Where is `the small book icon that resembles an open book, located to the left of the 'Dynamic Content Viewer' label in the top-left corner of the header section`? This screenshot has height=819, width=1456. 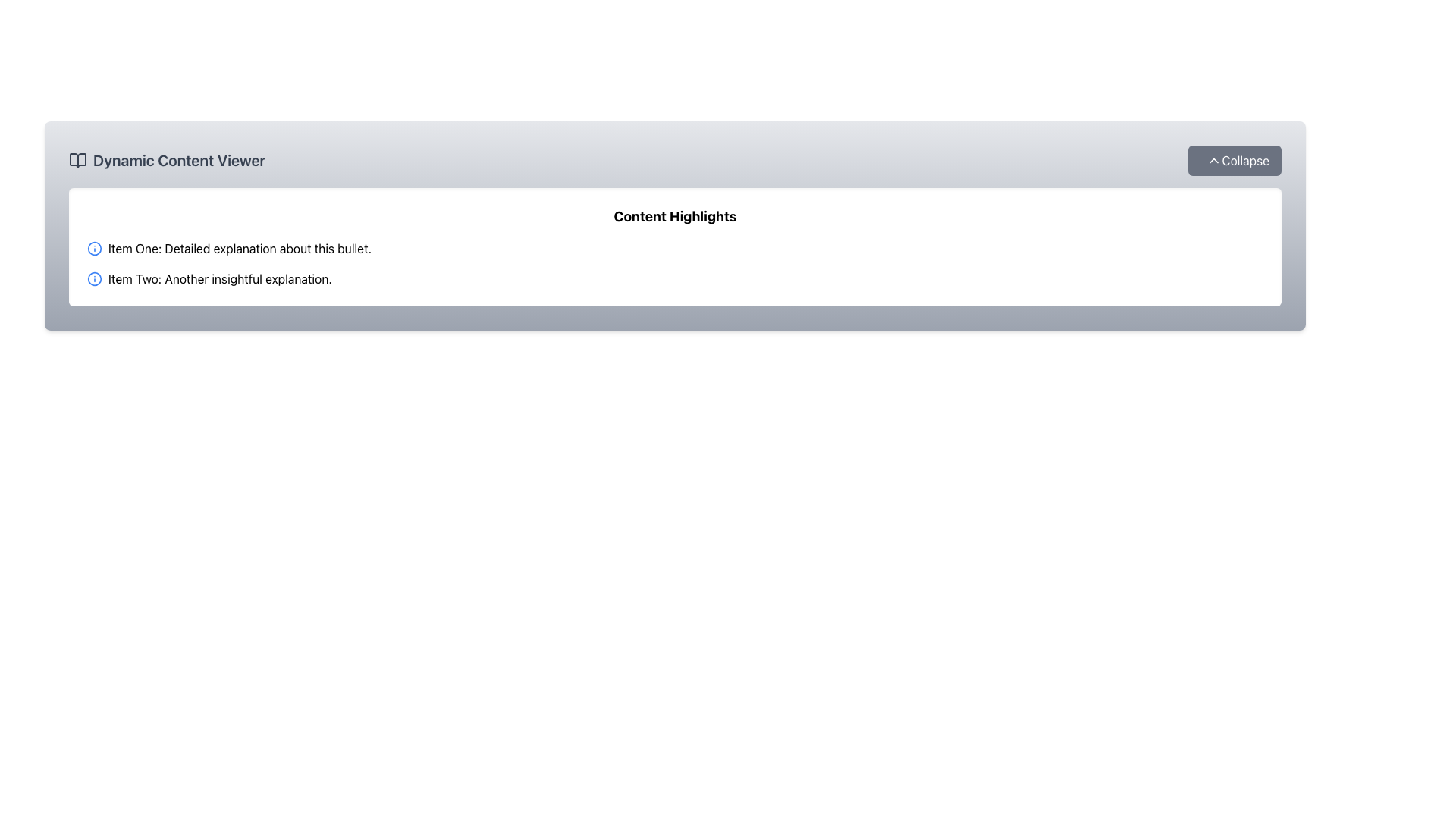
the small book icon that resembles an open book, located to the left of the 'Dynamic Content Viewer' label in the top-left corner of the header section is located at coordinates (77, 161).